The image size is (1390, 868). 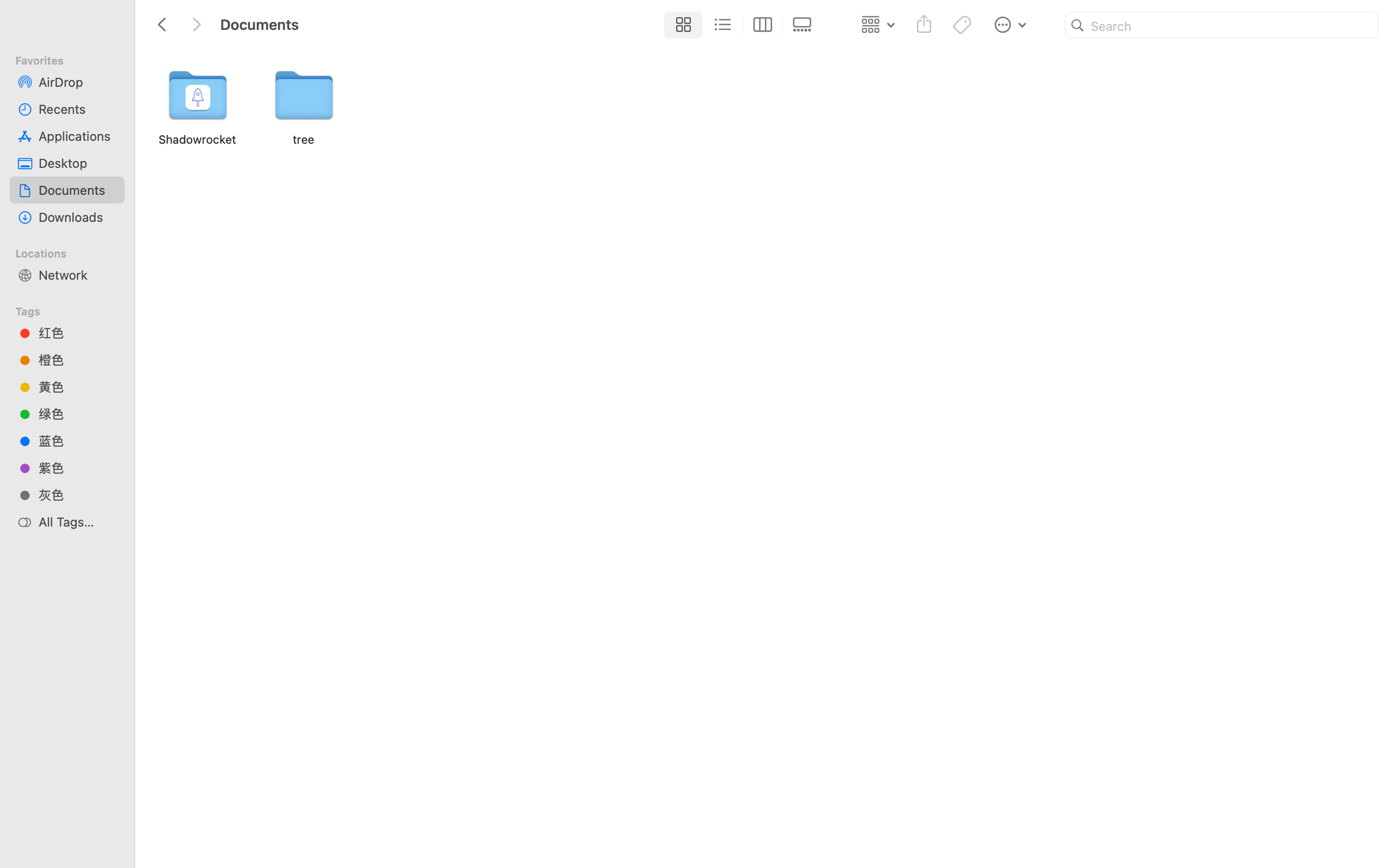 What do you see at coordinates (77, 332) in the screenshot?
I see `'红色'` at bounding box center [77, 332].